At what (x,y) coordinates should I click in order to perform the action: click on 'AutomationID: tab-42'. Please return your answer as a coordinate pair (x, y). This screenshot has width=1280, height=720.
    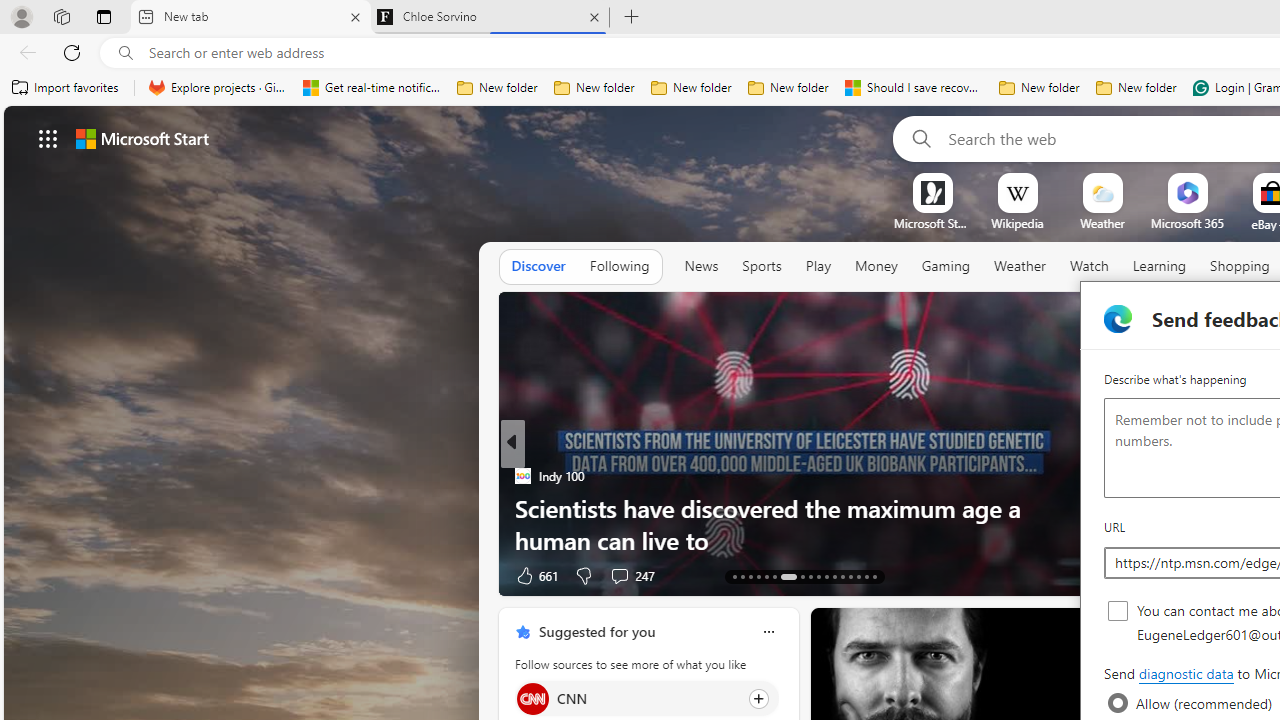
    Looking at the image, I should click on (874, 577).